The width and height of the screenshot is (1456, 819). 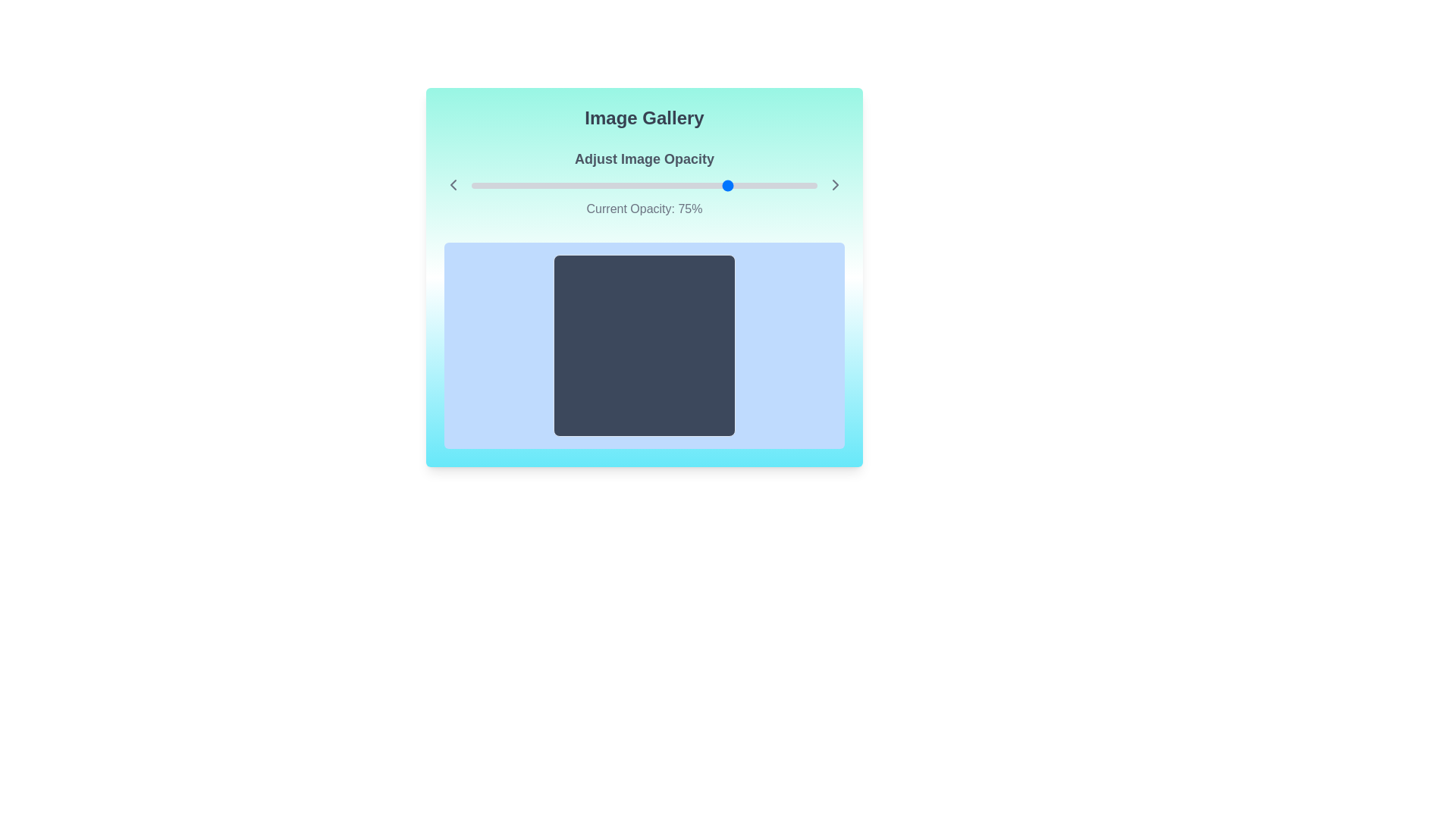 What do you see at coordinates (789, 185) in the screenshot?
I see `the image opacity slider to 92%` at bounding box center [789, 185].